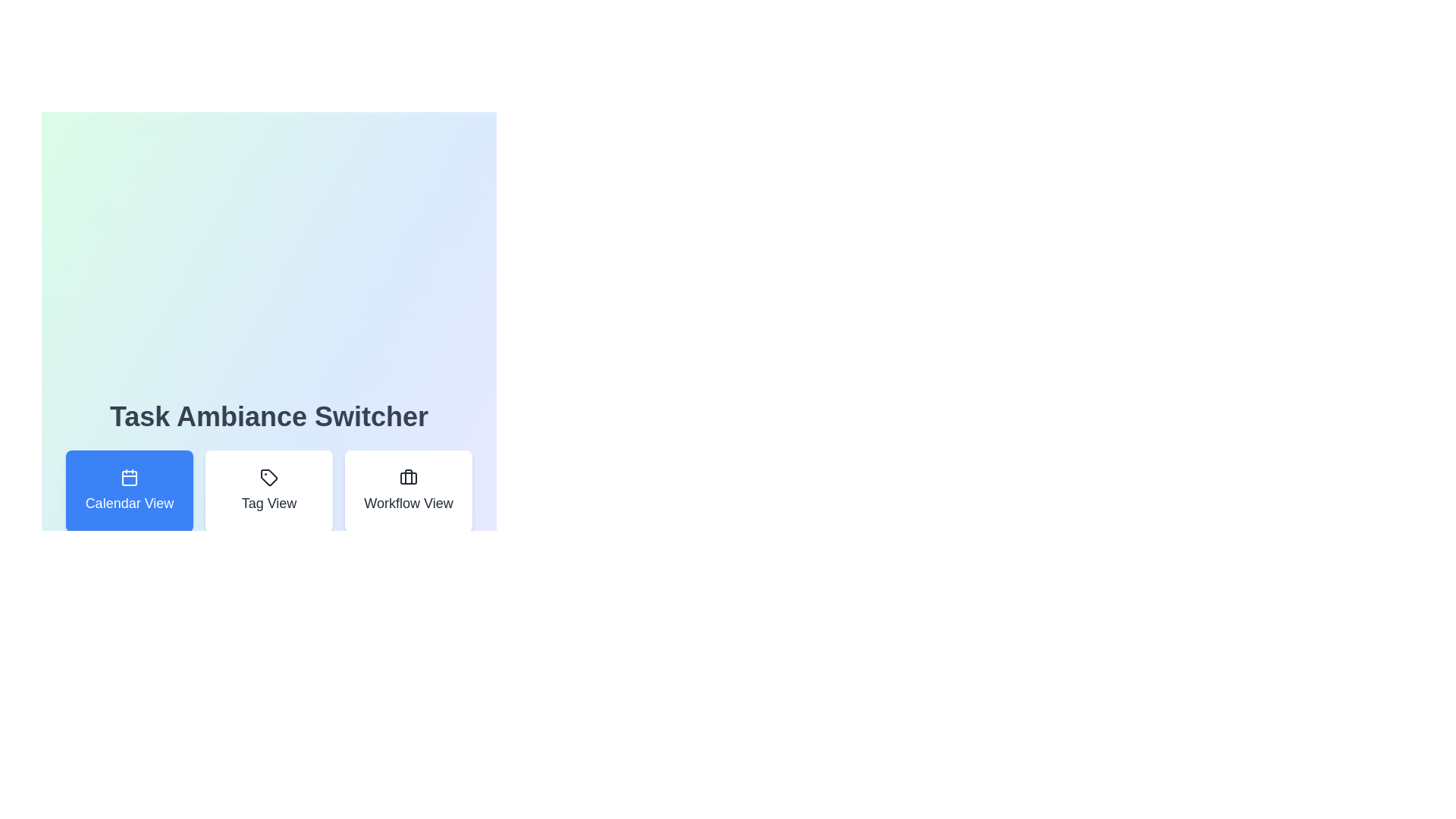 This screenshot has width=1456, height=819. Describe the element at coordinates (408, 491) in the screenshot. I see `the third button in the grid layout, which activates the 'Workflow View' within the application` at that location.